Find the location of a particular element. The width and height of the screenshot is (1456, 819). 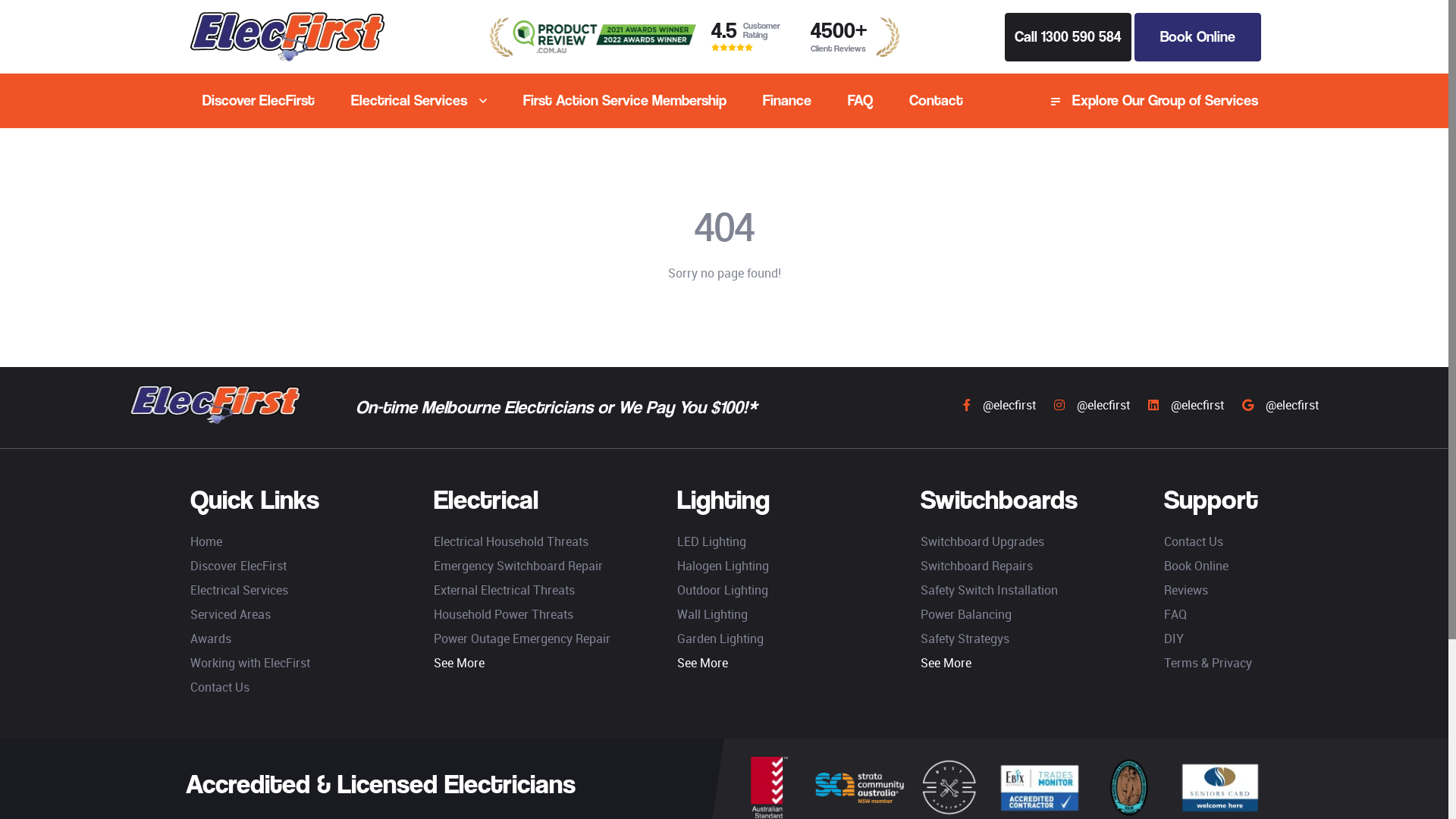

'Wall Lighting' is located at coordinates (711, 614).